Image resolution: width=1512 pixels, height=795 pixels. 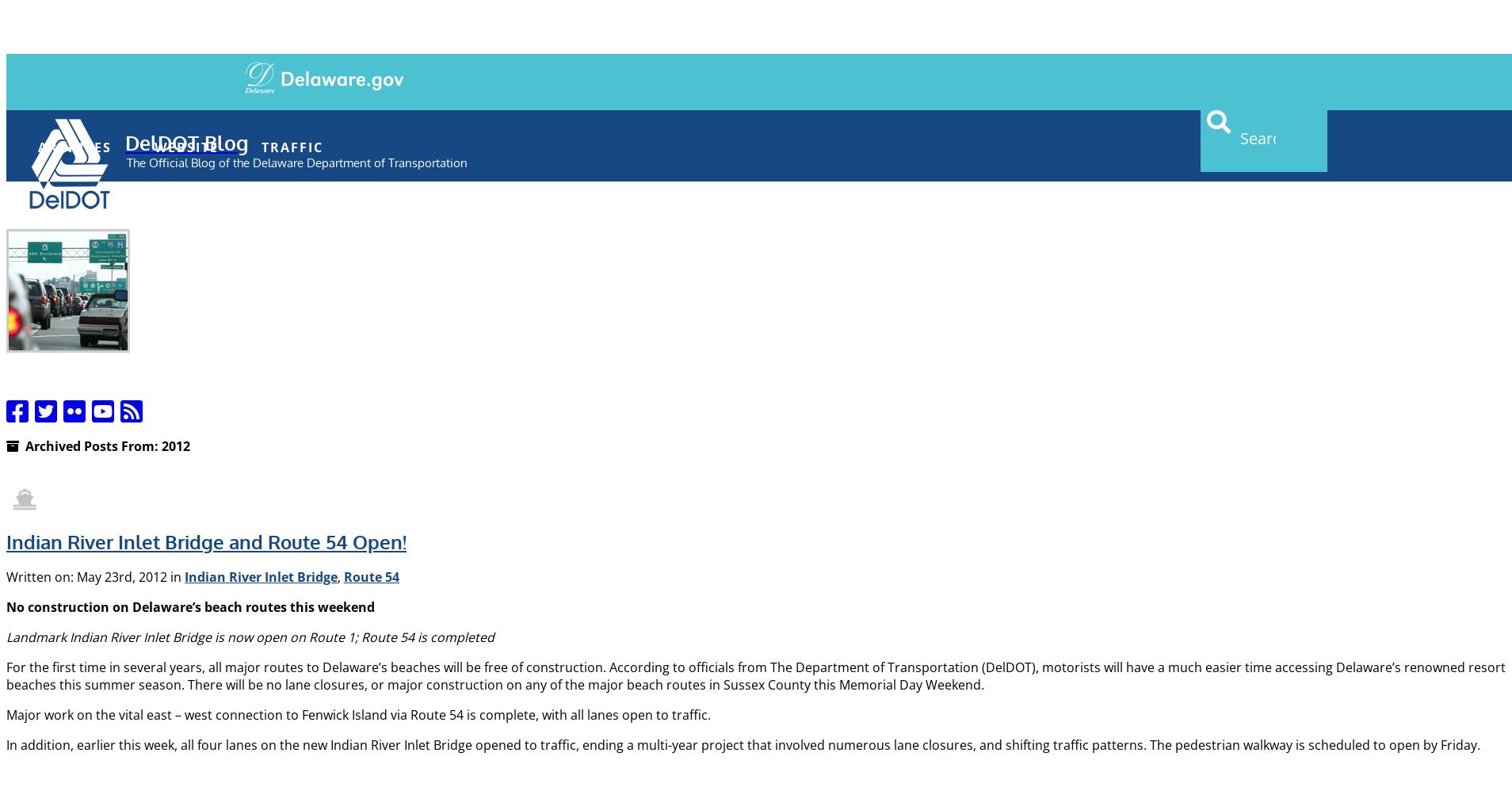 I want to click on 'Contact', so click(x=561, y=118).